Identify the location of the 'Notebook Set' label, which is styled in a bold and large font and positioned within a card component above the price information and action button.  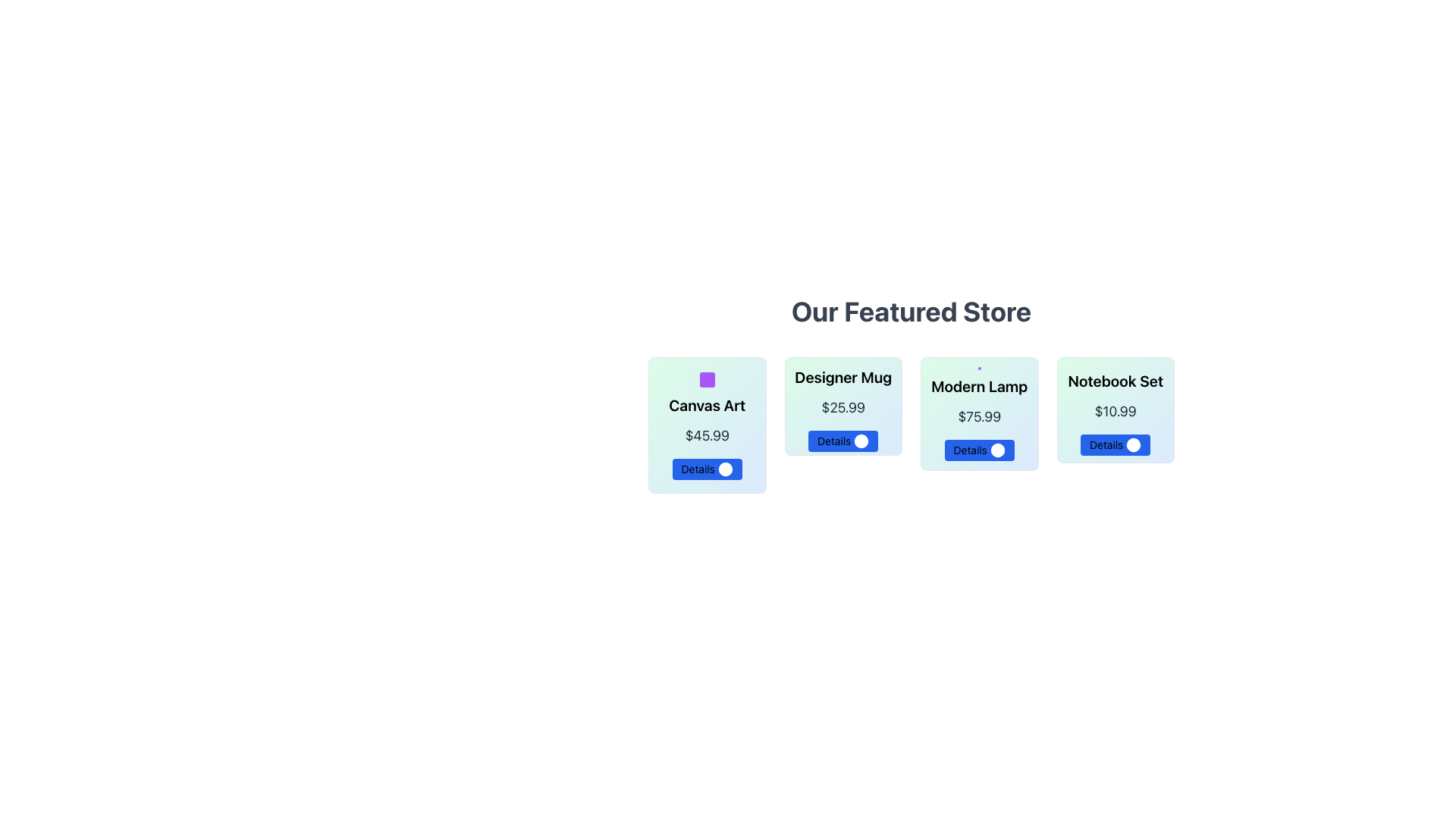
(1116, 380).